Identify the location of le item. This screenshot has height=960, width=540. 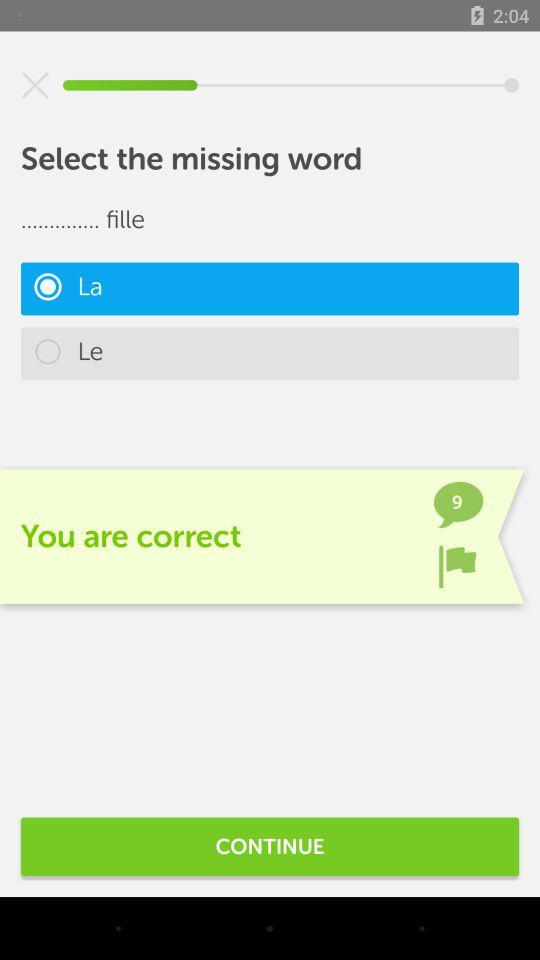
(270, 353).